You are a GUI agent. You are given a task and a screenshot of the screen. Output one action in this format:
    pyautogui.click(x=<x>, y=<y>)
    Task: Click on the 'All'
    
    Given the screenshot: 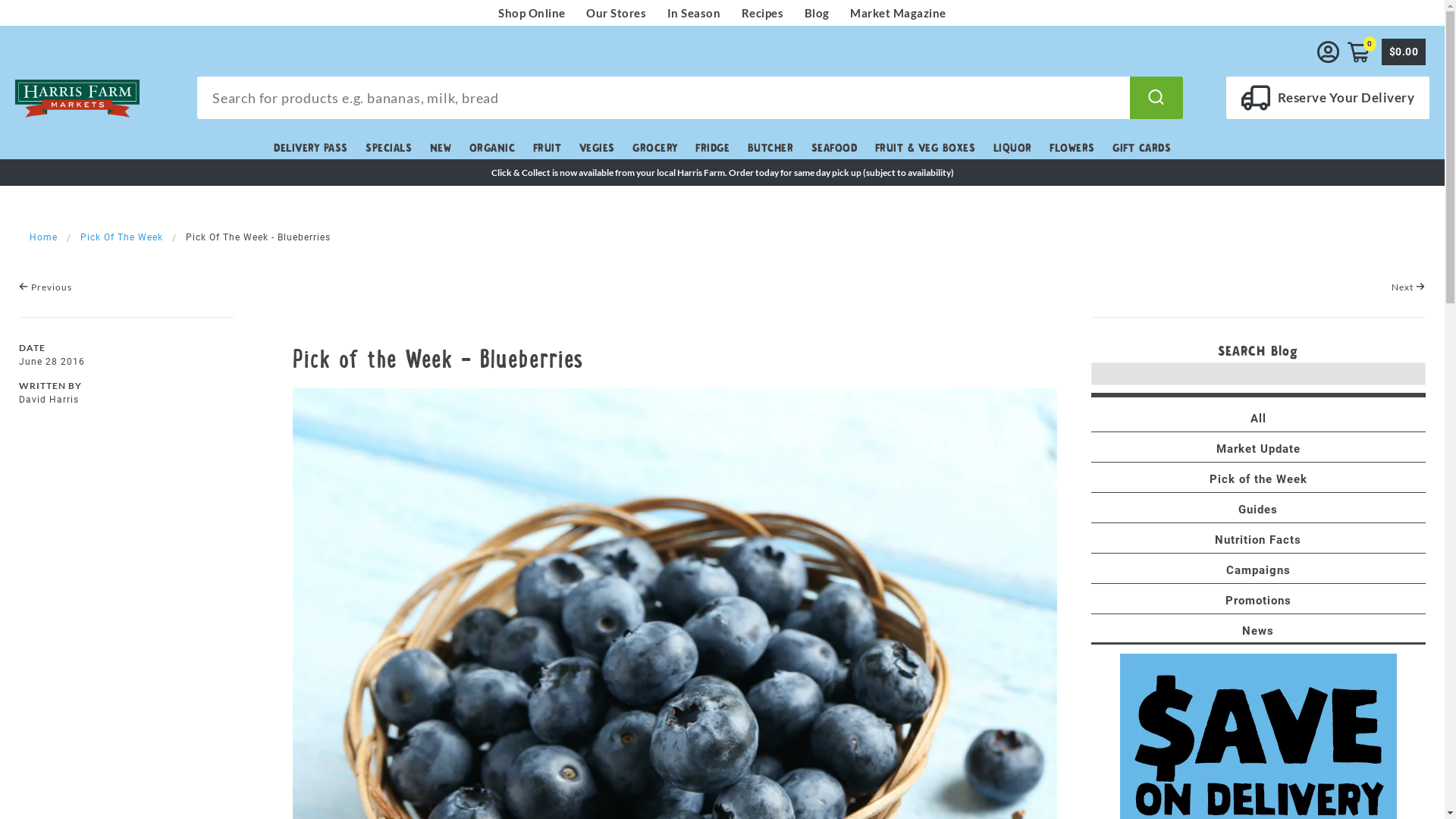 What is the action you would take?
    pyautogui.click(x=1250, y=418)
    